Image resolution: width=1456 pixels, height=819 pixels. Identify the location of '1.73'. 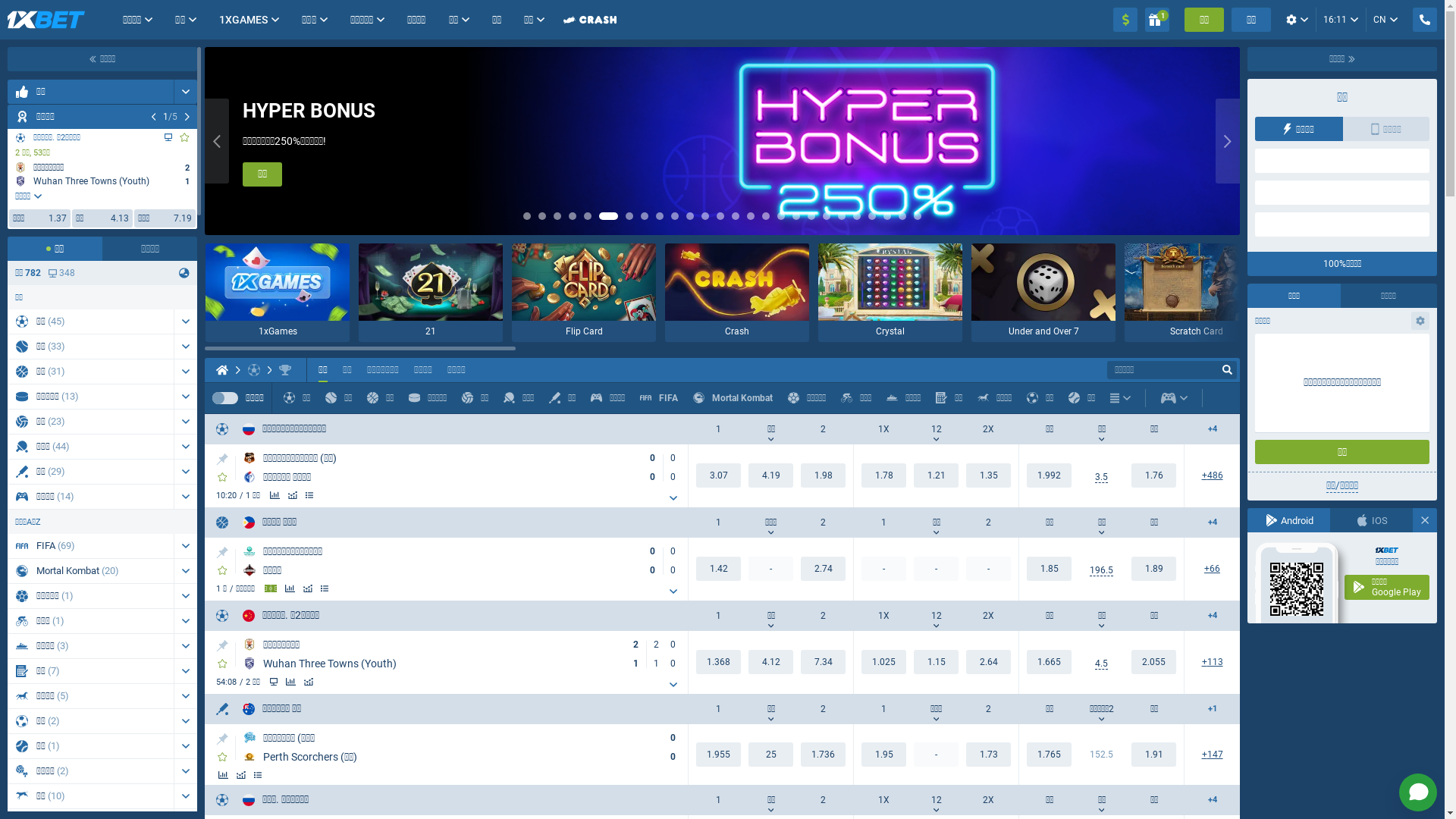
(965, 755).